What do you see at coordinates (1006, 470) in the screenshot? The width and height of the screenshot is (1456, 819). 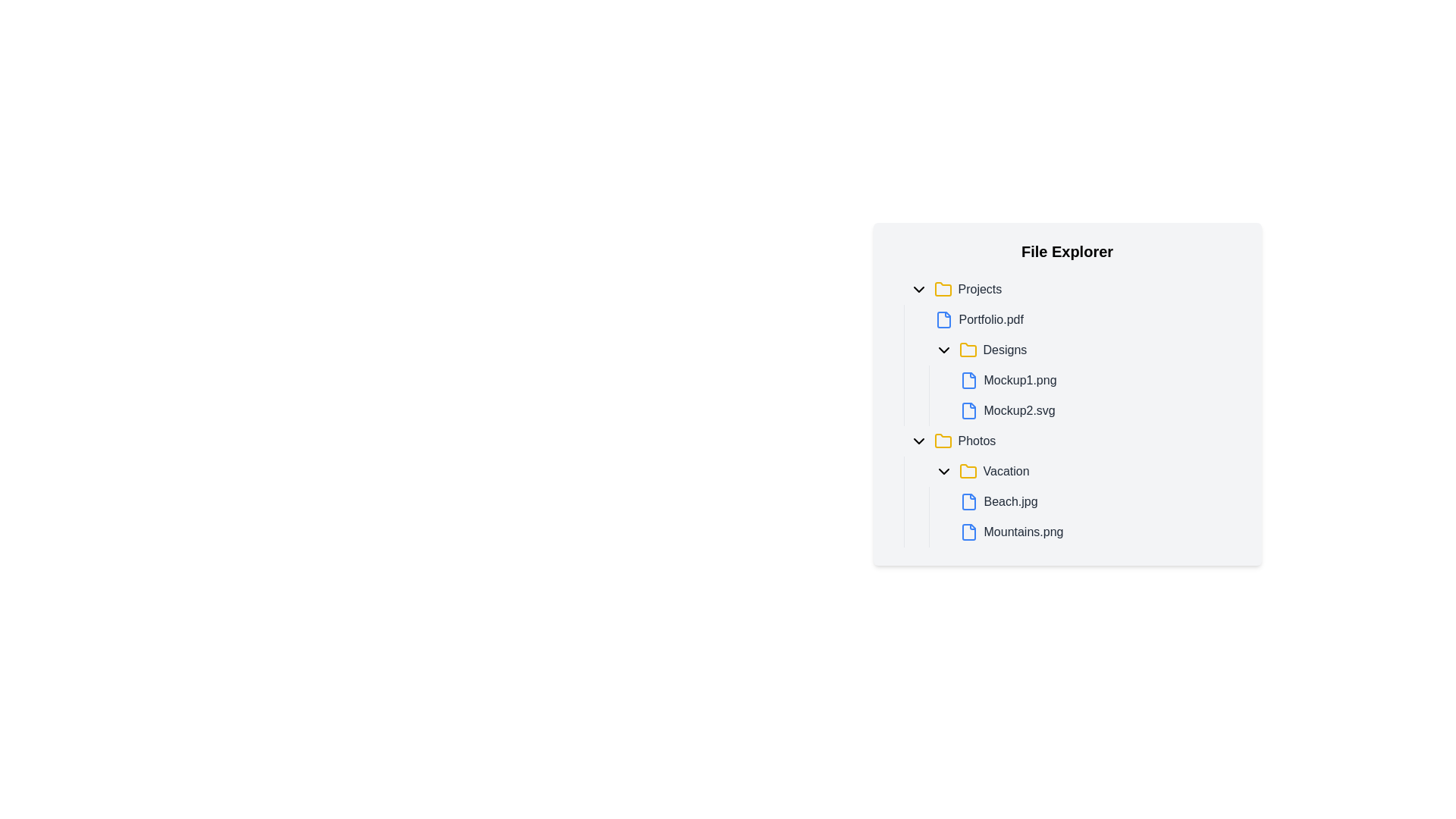 I see `the text label for the 'Vacation' folder, which provides information about its content and is located within the file explorer's hierarchy` at bounding box center [1006, 470].